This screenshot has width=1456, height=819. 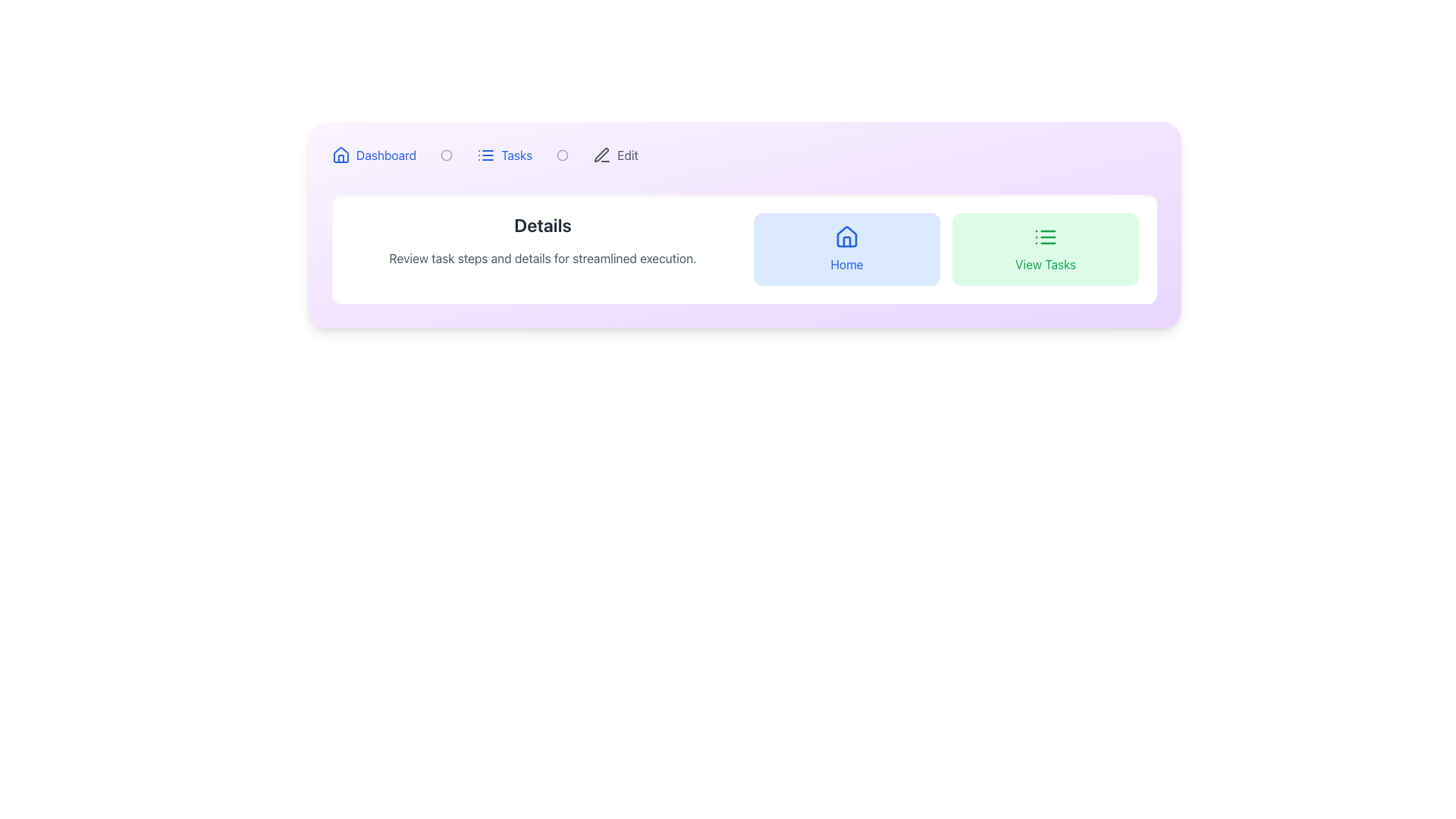 I want to click on the door portion of the house icon, which is part of the 'Home' button, located at the bottom center of the house illustration, so click(x=846, y=241).